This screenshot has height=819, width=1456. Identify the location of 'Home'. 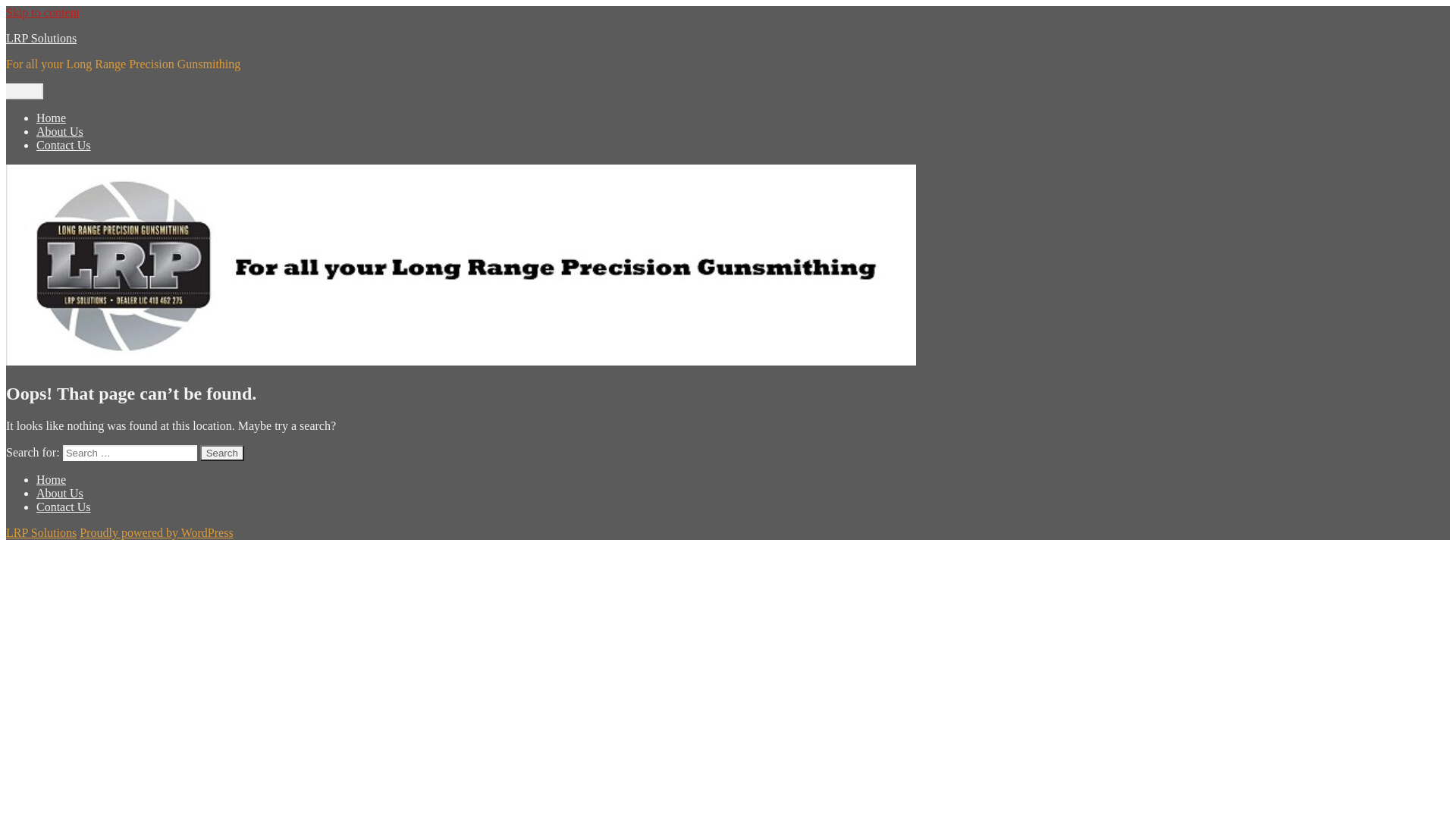
(51, 117).